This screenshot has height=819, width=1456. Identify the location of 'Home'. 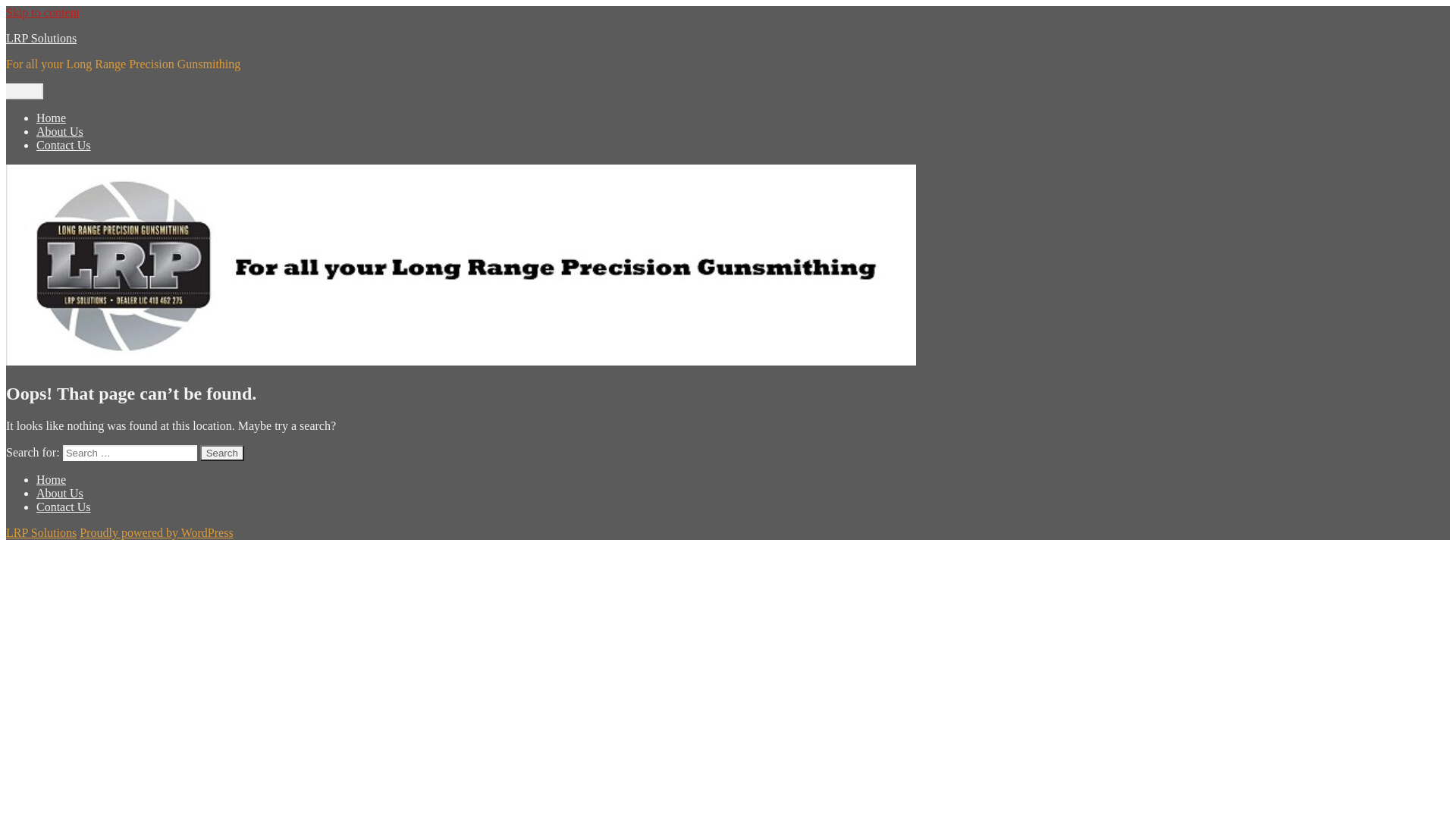
(51, 117).